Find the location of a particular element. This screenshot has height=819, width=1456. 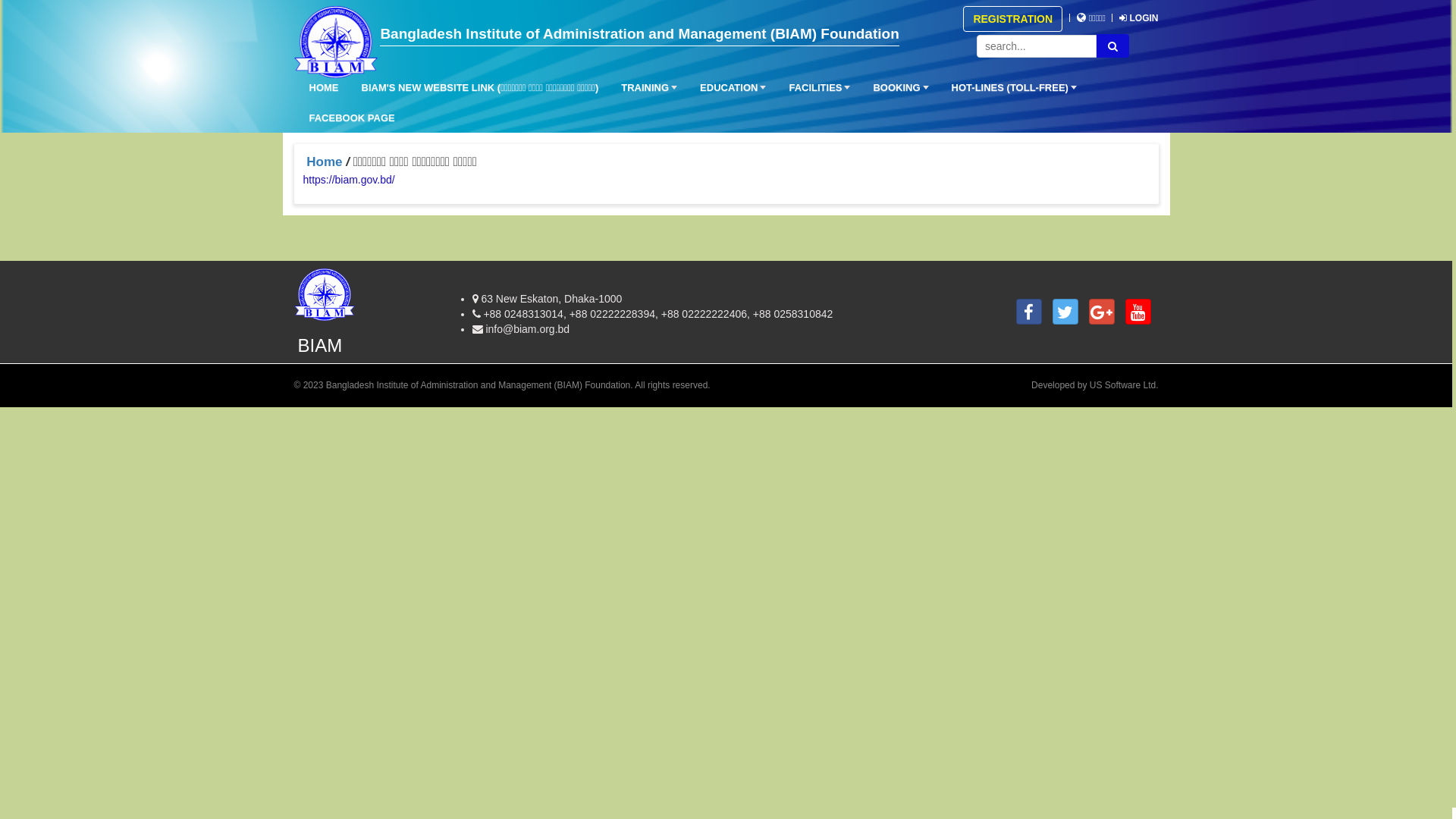

'TRAINING' is located at coordinates (645, 88).